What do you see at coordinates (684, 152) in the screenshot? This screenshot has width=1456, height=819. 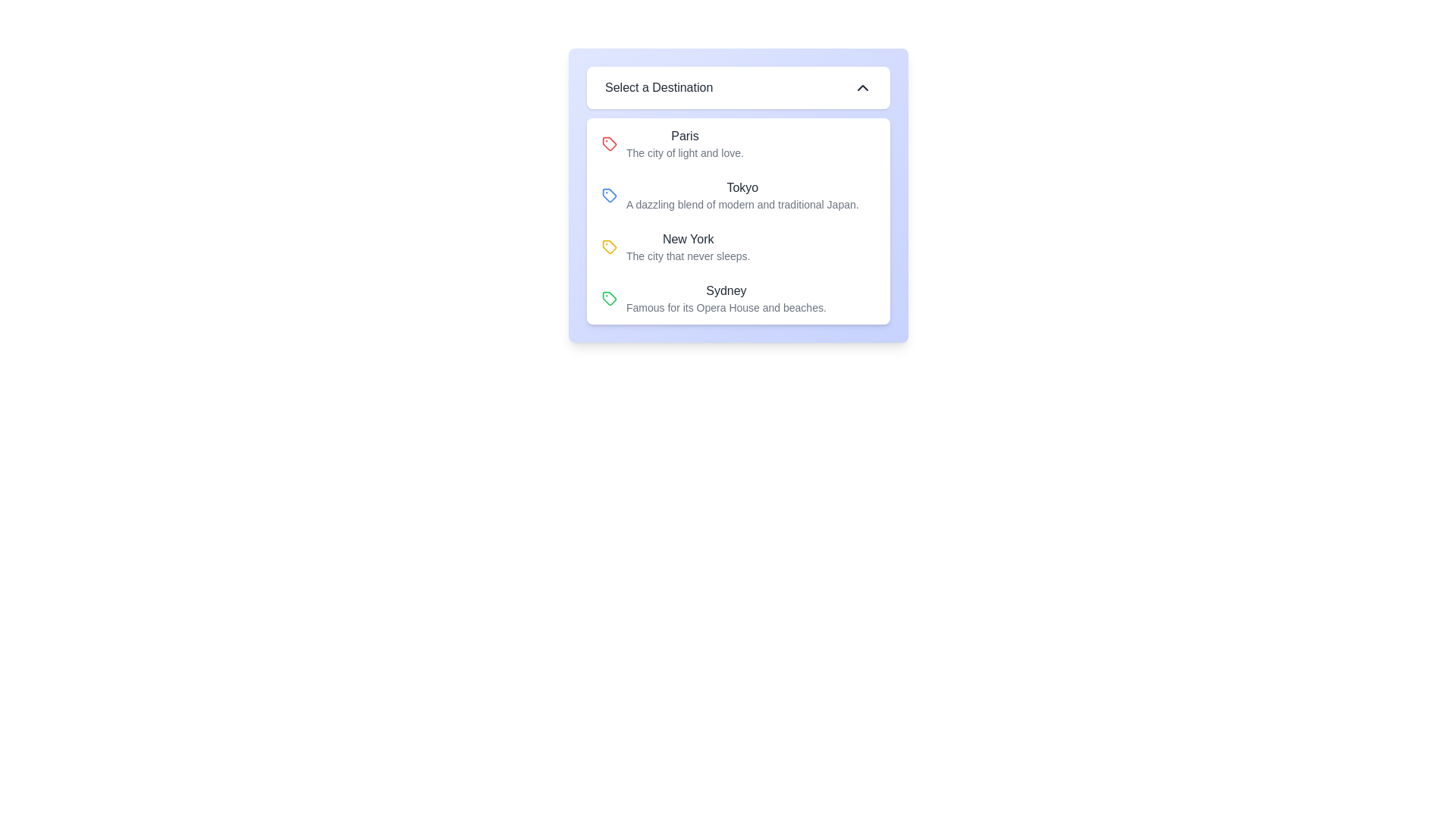 I see `the text element that displays 'The city of light and love.' located directly below the 'Paris' text in the destination list` at bounding box center [684, 152].